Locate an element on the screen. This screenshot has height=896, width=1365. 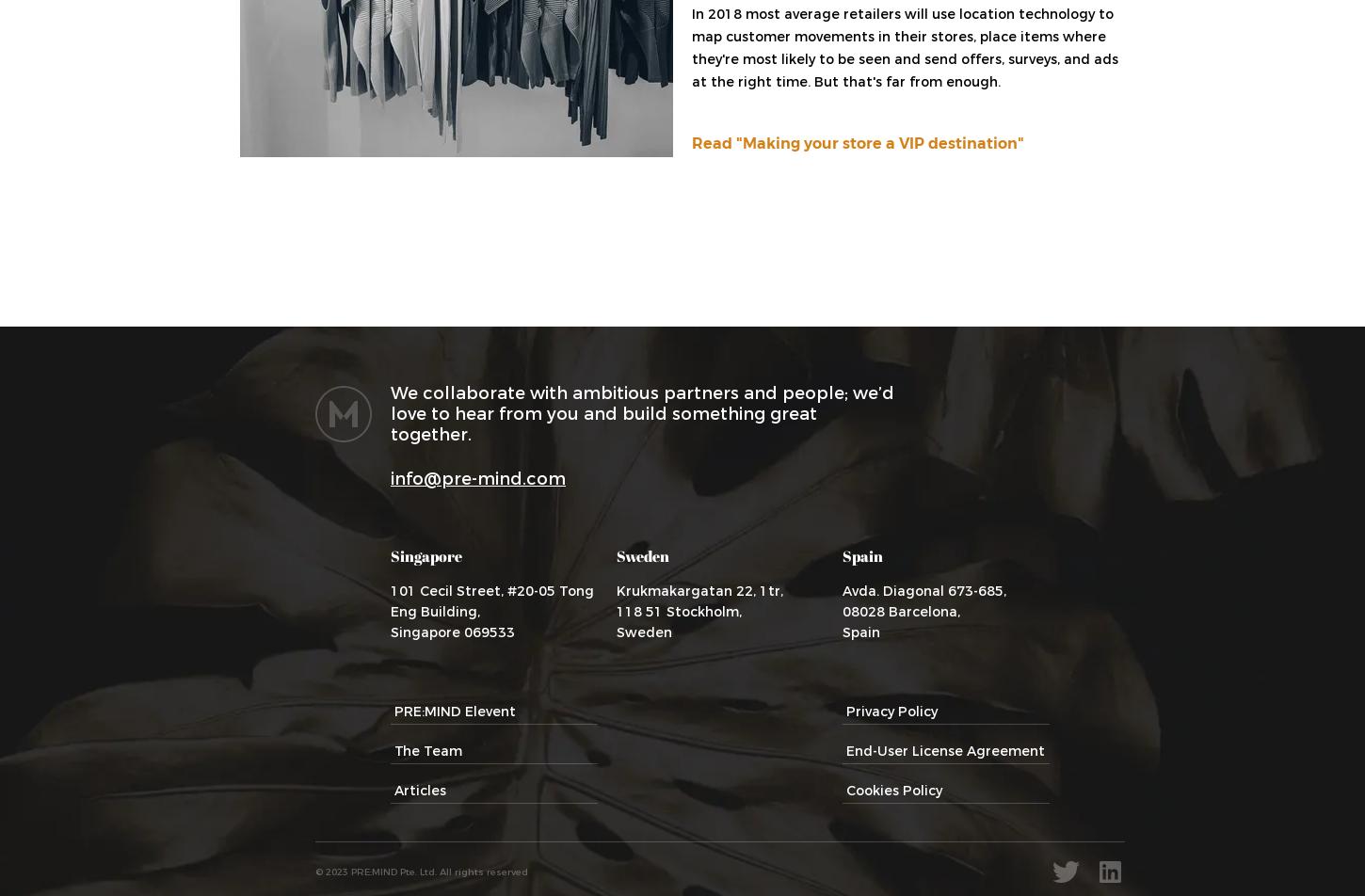
'Privacy Policy' is located at coordinates (891, 711).